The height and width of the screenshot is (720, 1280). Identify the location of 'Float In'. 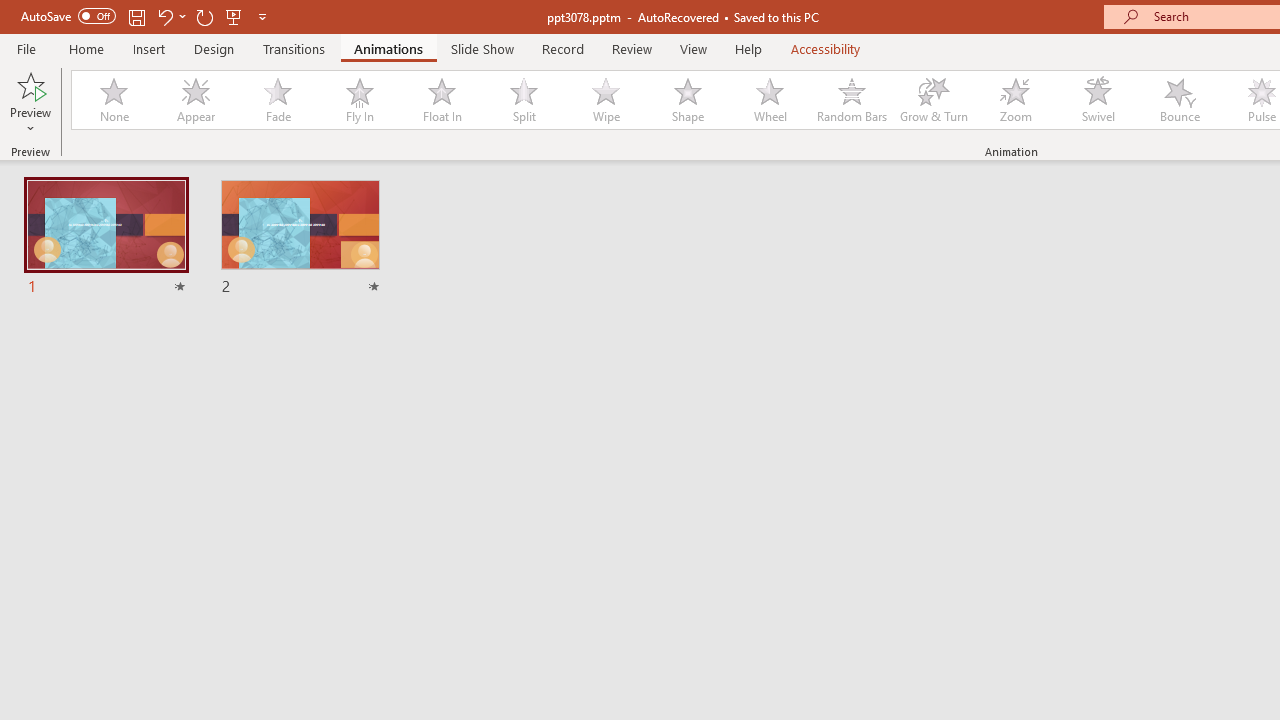
(440, 100).